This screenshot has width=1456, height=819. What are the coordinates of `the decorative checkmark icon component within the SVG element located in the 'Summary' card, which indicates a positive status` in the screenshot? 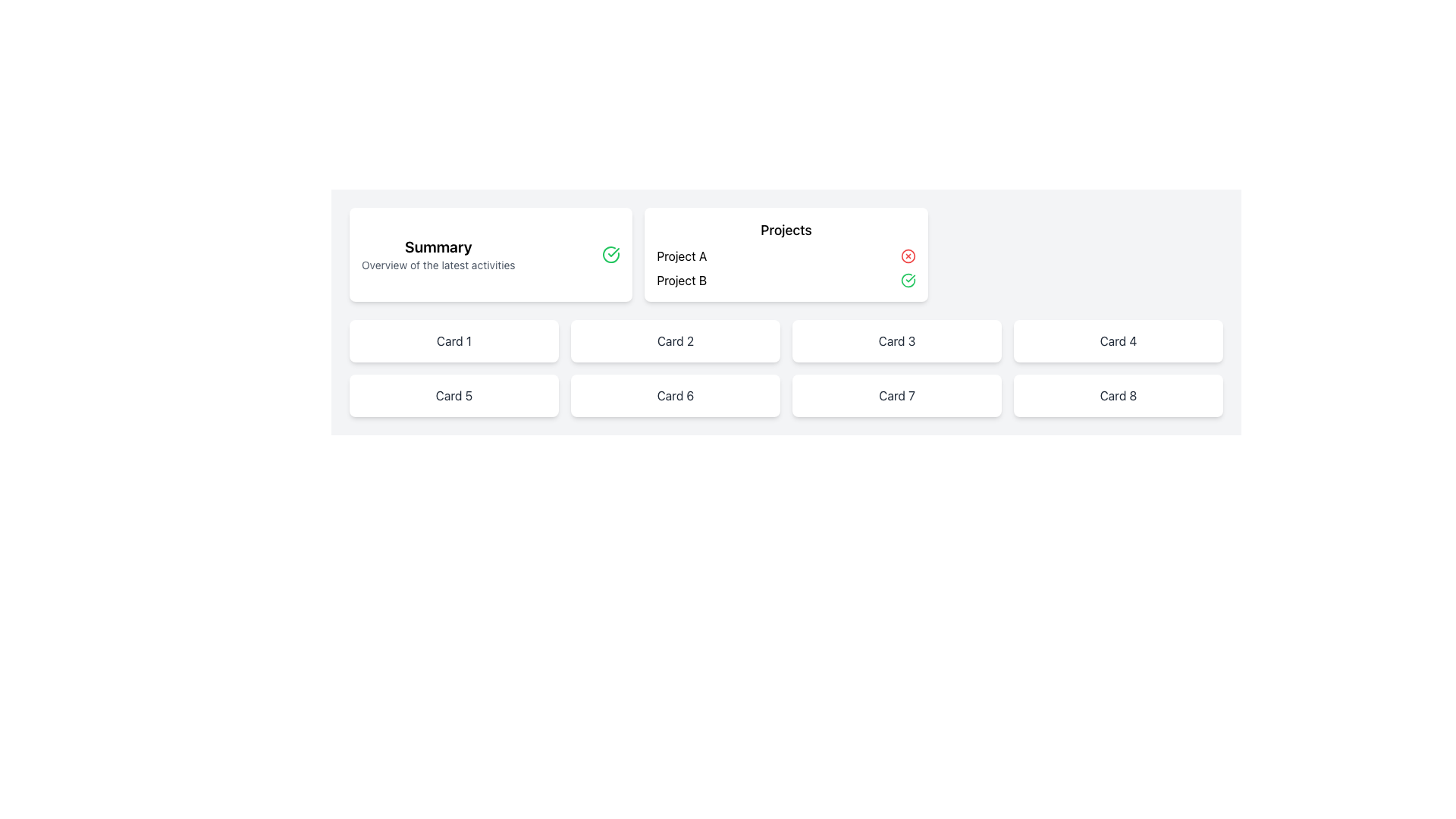 It's located at (611, 253).